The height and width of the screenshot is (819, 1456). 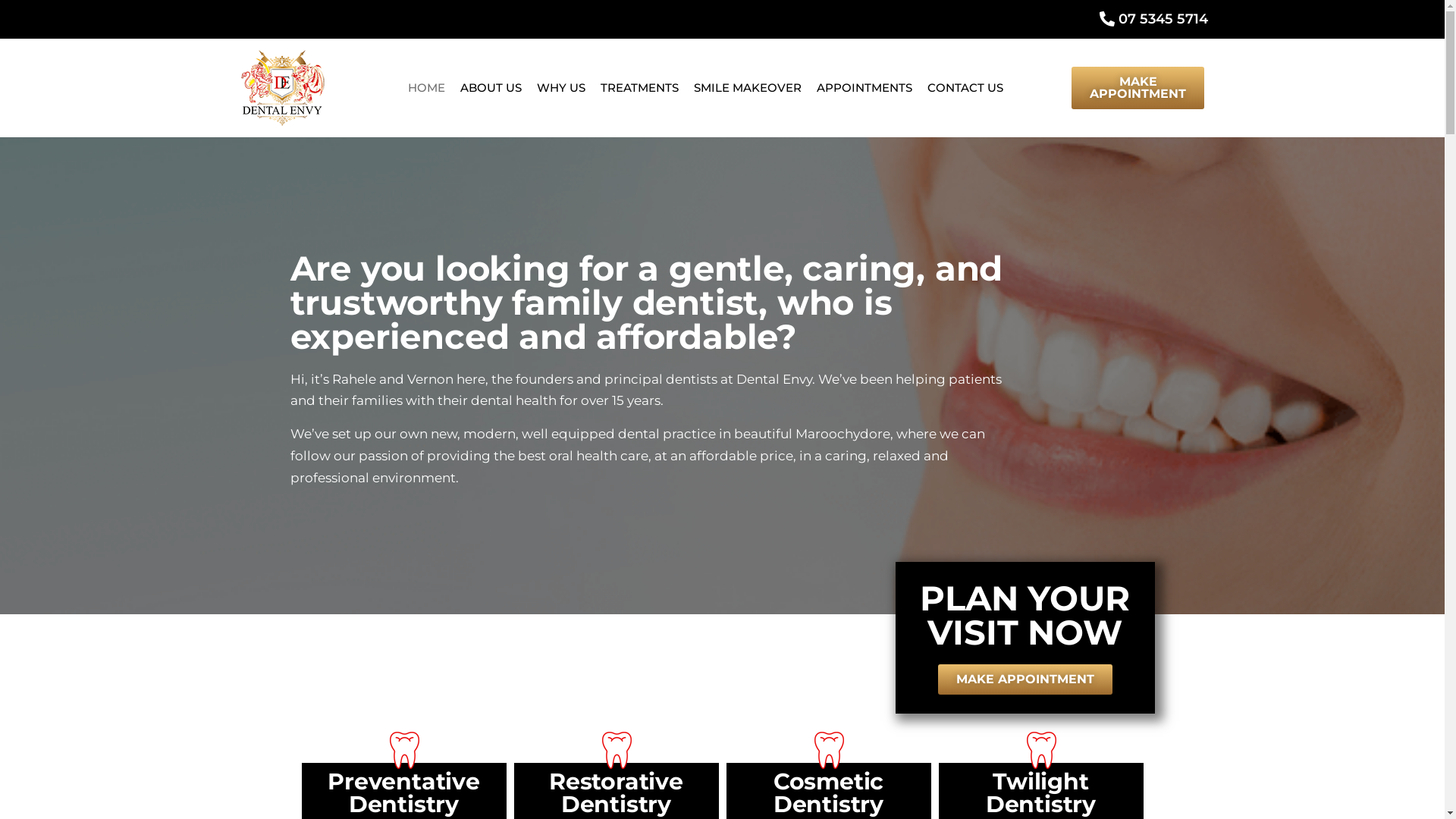 I want to click on 'WHY US', so click(x=560, y=87).